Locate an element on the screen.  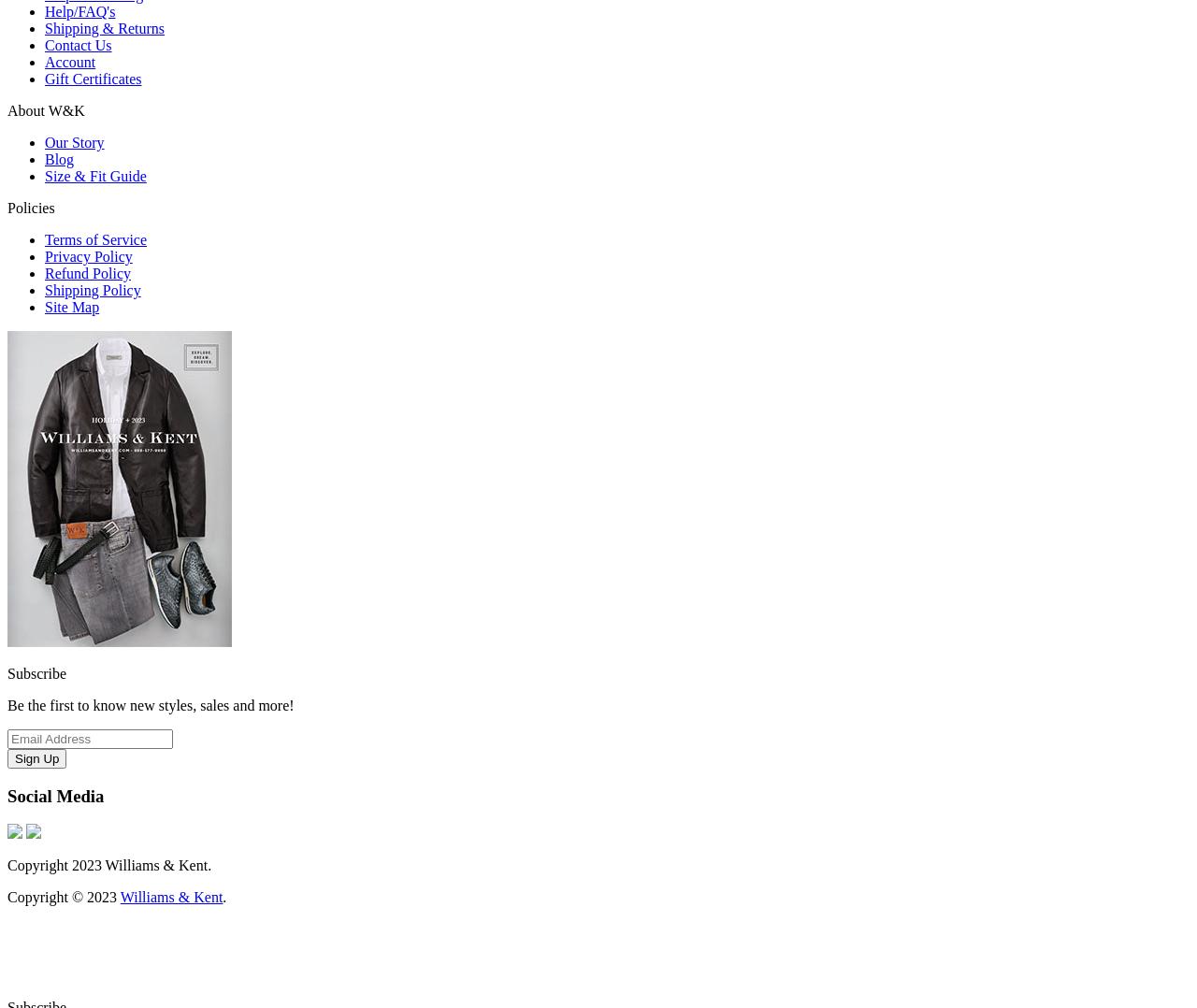
'Contact Us' is located at coordinates (77, 44).